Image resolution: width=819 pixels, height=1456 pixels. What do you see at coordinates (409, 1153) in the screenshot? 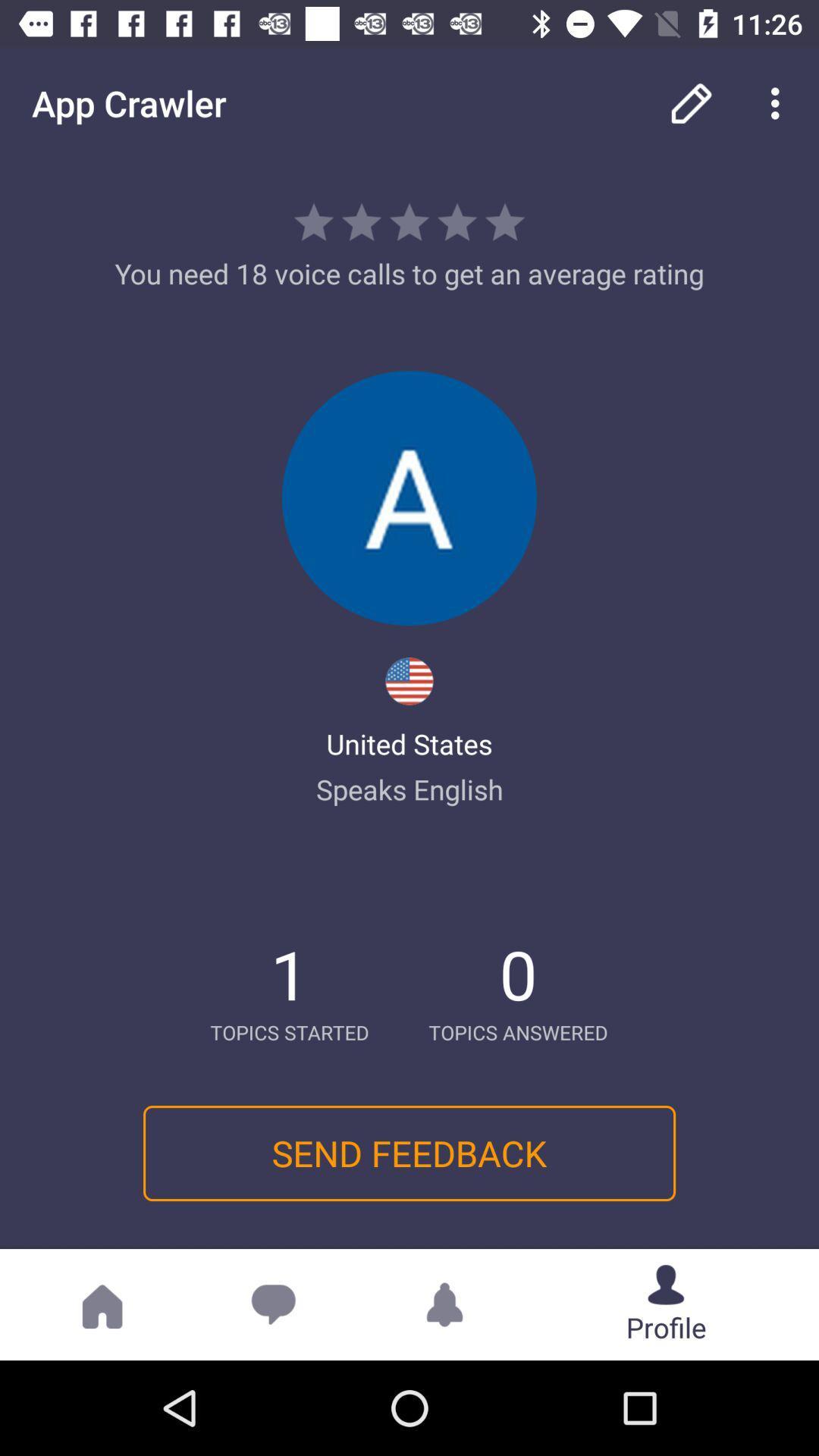
I see `icon below topics started icon` at bounding box center [409, 1153].